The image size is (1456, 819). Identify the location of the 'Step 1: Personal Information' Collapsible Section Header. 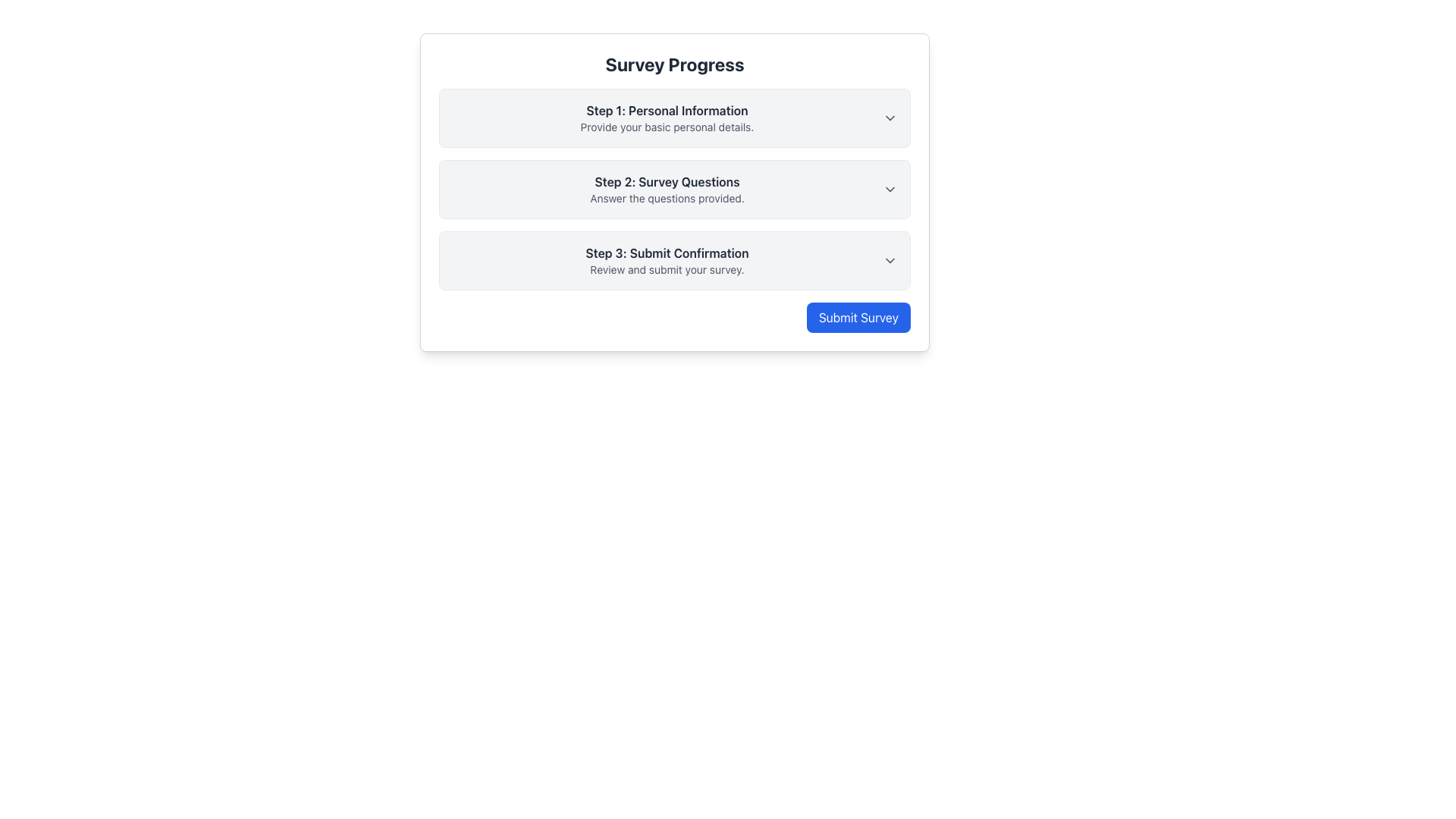
(673, 117).